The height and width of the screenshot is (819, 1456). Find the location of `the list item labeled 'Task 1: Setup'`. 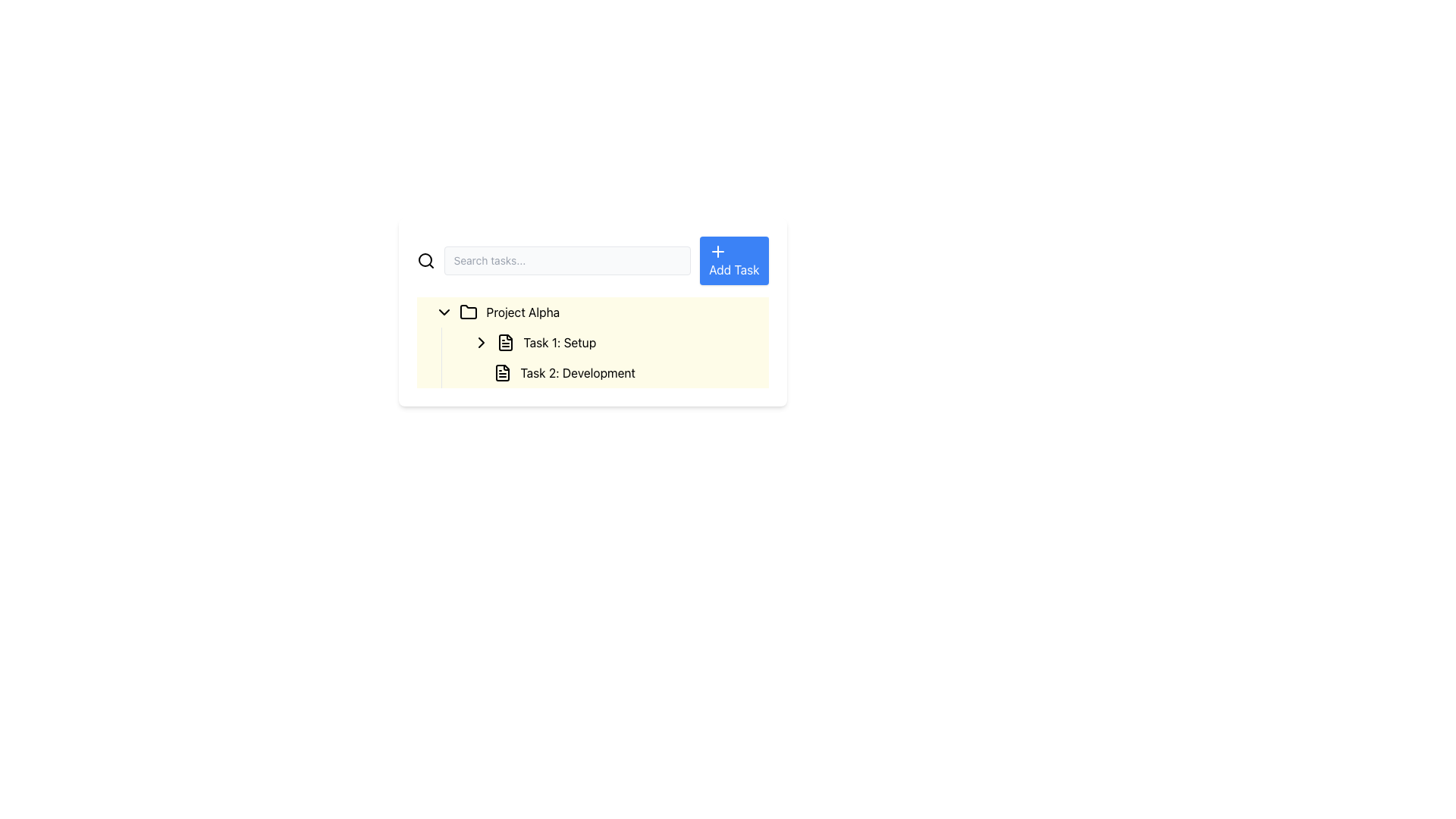

the list item labeled 'Task 1: Setup' is located at coordinates (611, 342).